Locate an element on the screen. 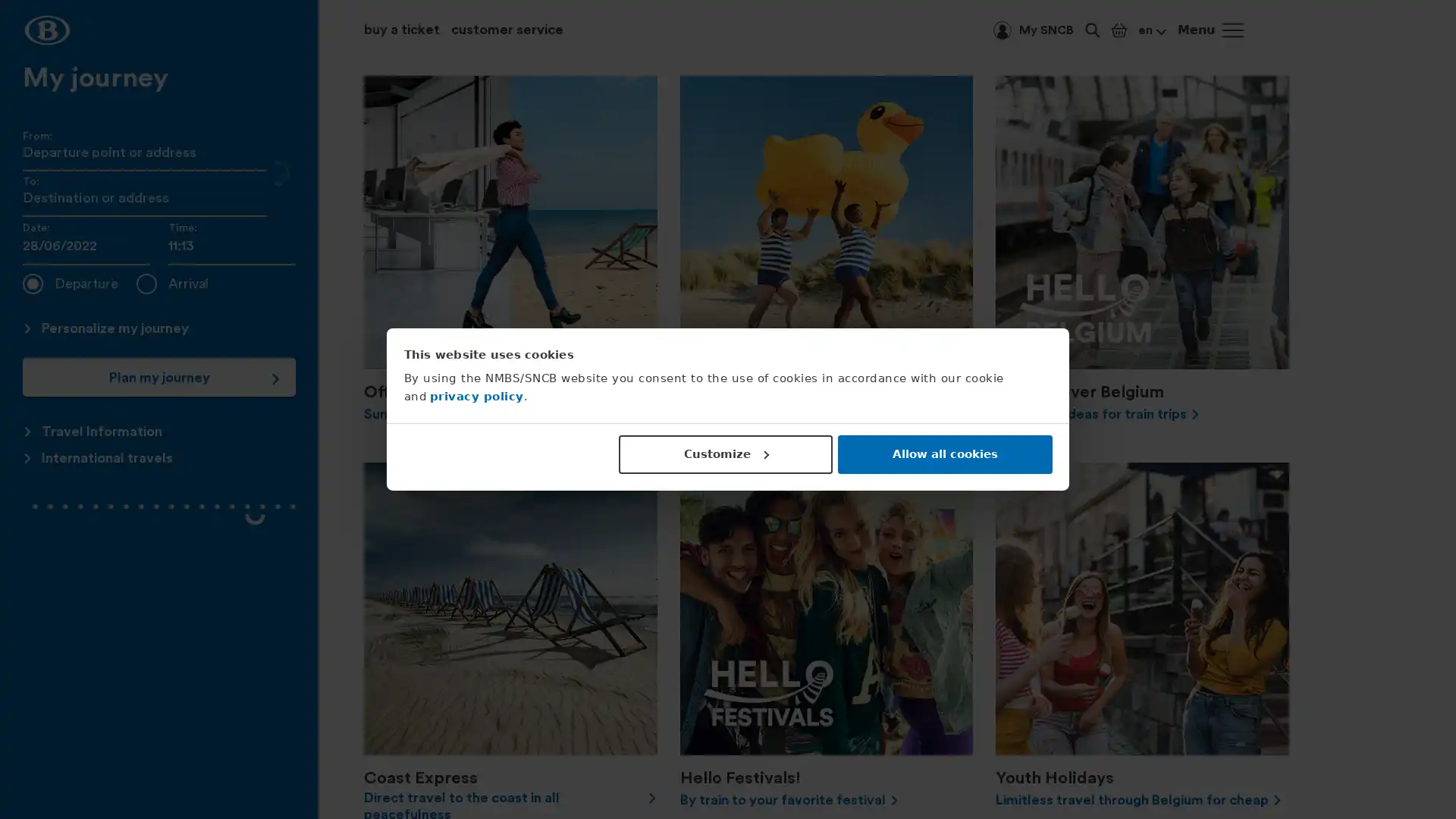 Image resolution: width=1456 pixels, height=819 pixels. Menu is located at coordinates (1210, 30).